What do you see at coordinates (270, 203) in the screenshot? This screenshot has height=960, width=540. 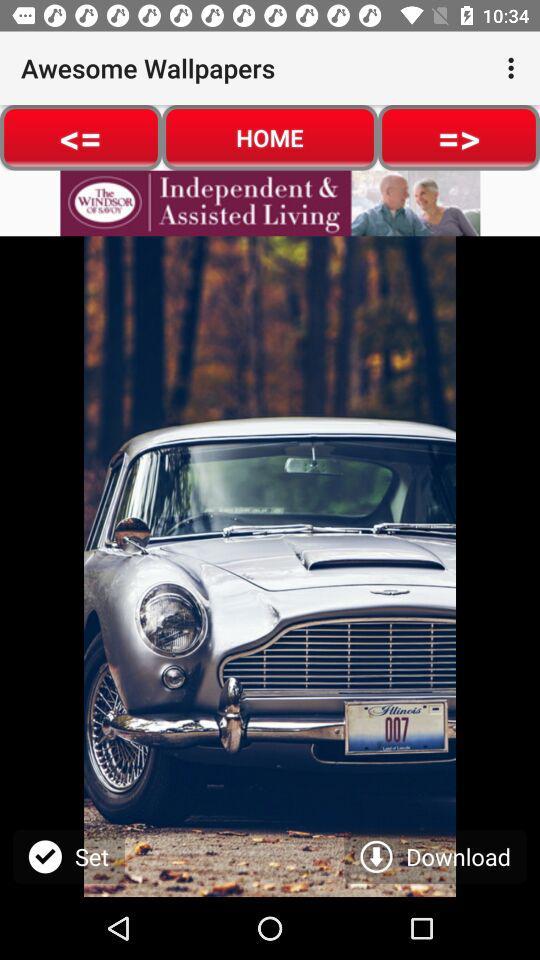 I see `independent` at bounding box center [270, 203].